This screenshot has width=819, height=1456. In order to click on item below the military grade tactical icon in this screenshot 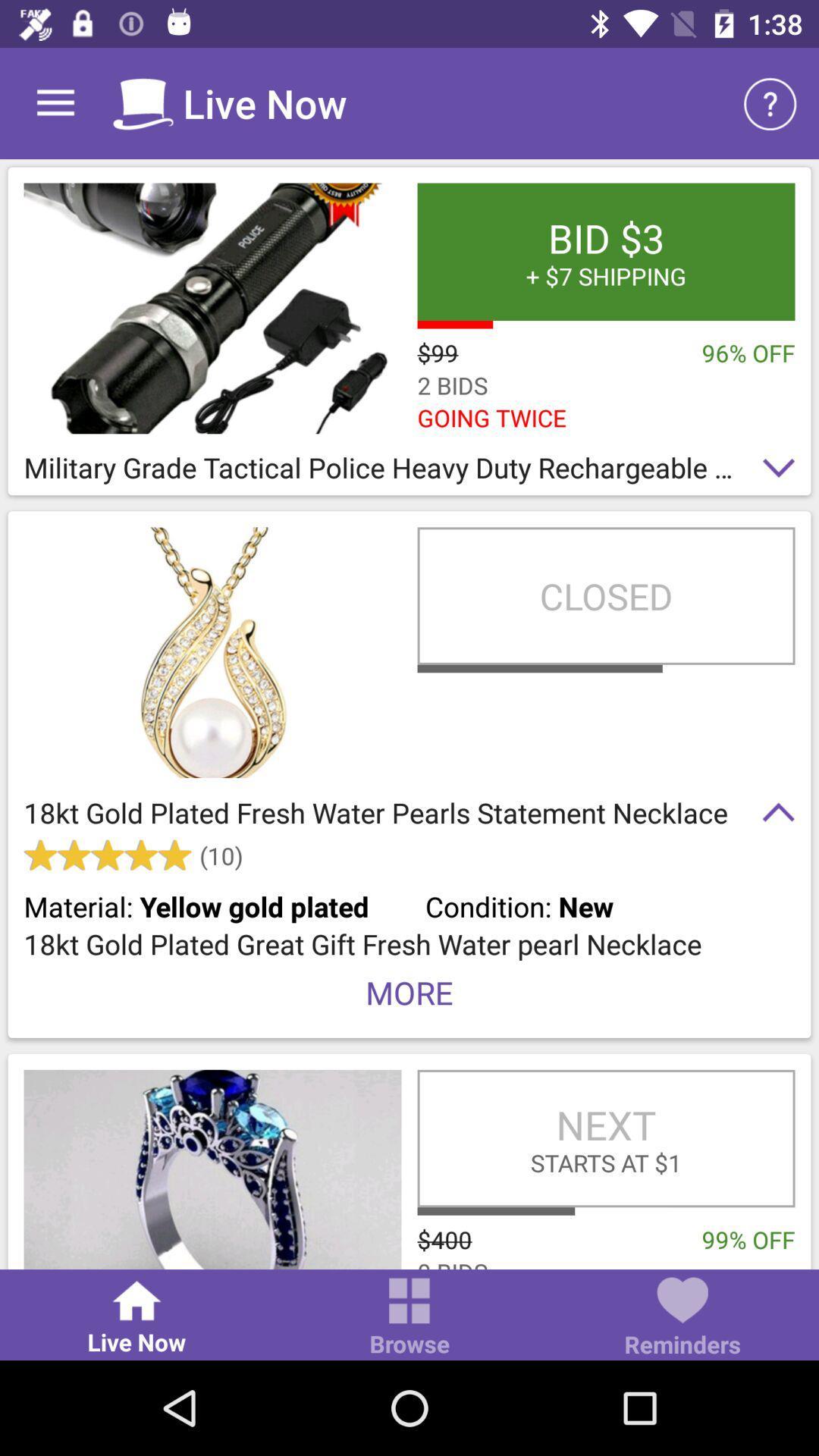, I will do `click(605, 595)`.